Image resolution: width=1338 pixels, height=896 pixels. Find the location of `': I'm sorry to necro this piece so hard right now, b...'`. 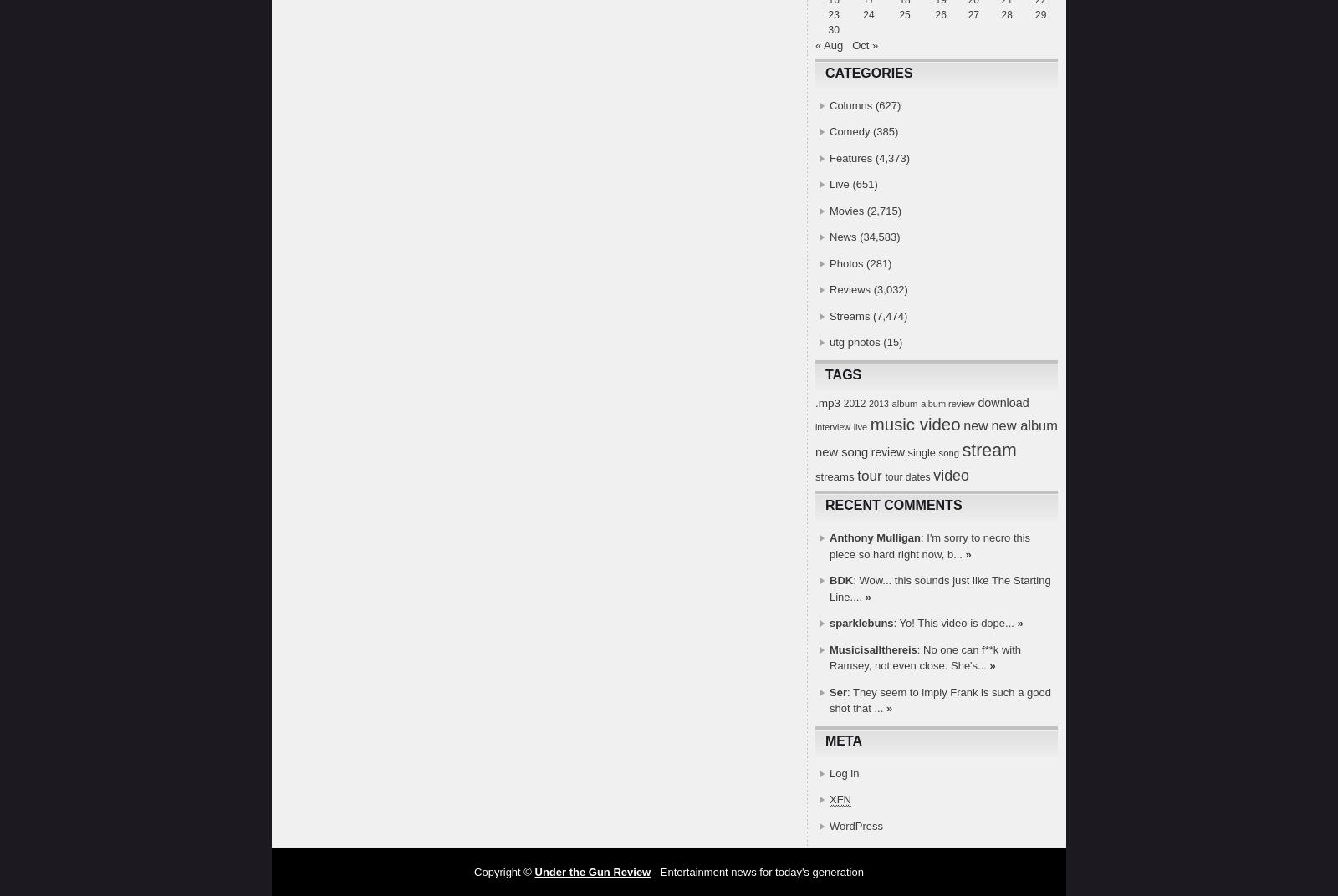

': I'm sorry to necro this piece so hard right now, b...' is located at coordinates (930, 545).